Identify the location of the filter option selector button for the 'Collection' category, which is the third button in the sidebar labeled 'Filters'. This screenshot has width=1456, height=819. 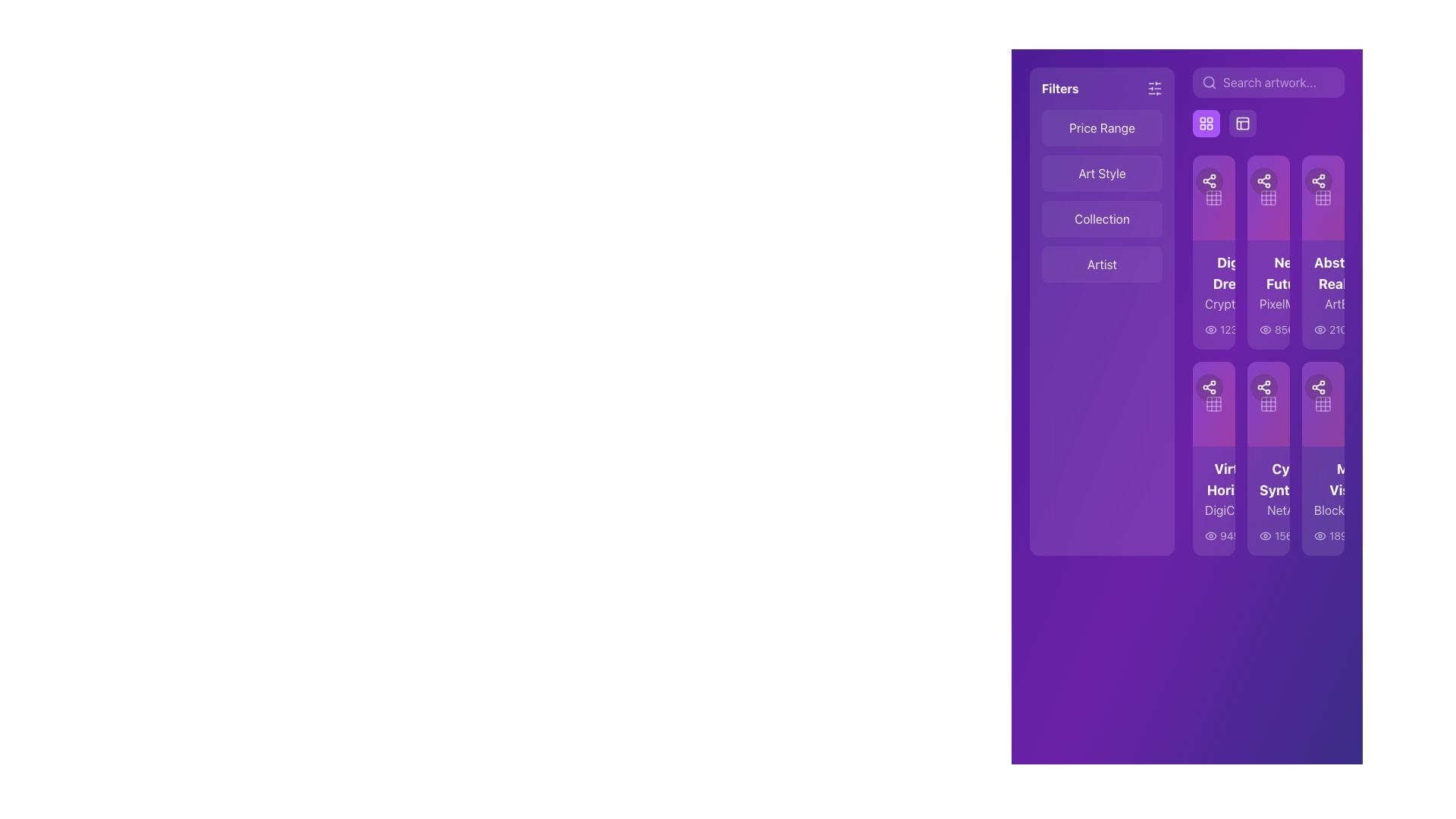
(1102, 219).